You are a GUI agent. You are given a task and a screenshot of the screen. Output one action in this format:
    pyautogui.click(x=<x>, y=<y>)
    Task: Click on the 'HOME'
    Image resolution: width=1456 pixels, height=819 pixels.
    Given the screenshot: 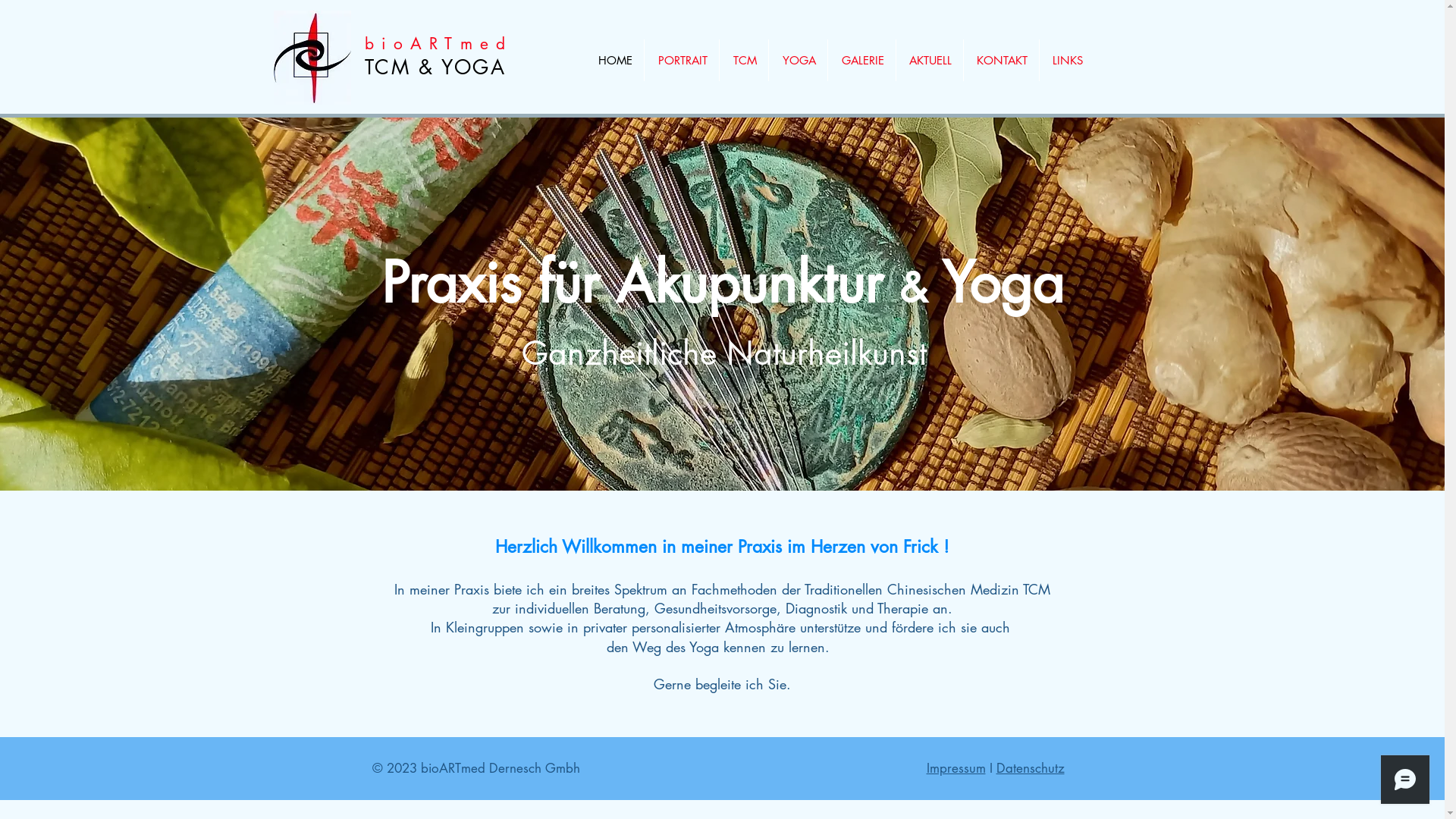 What is the action you would take?
    pyautogui.click(x=613, y=59)
    